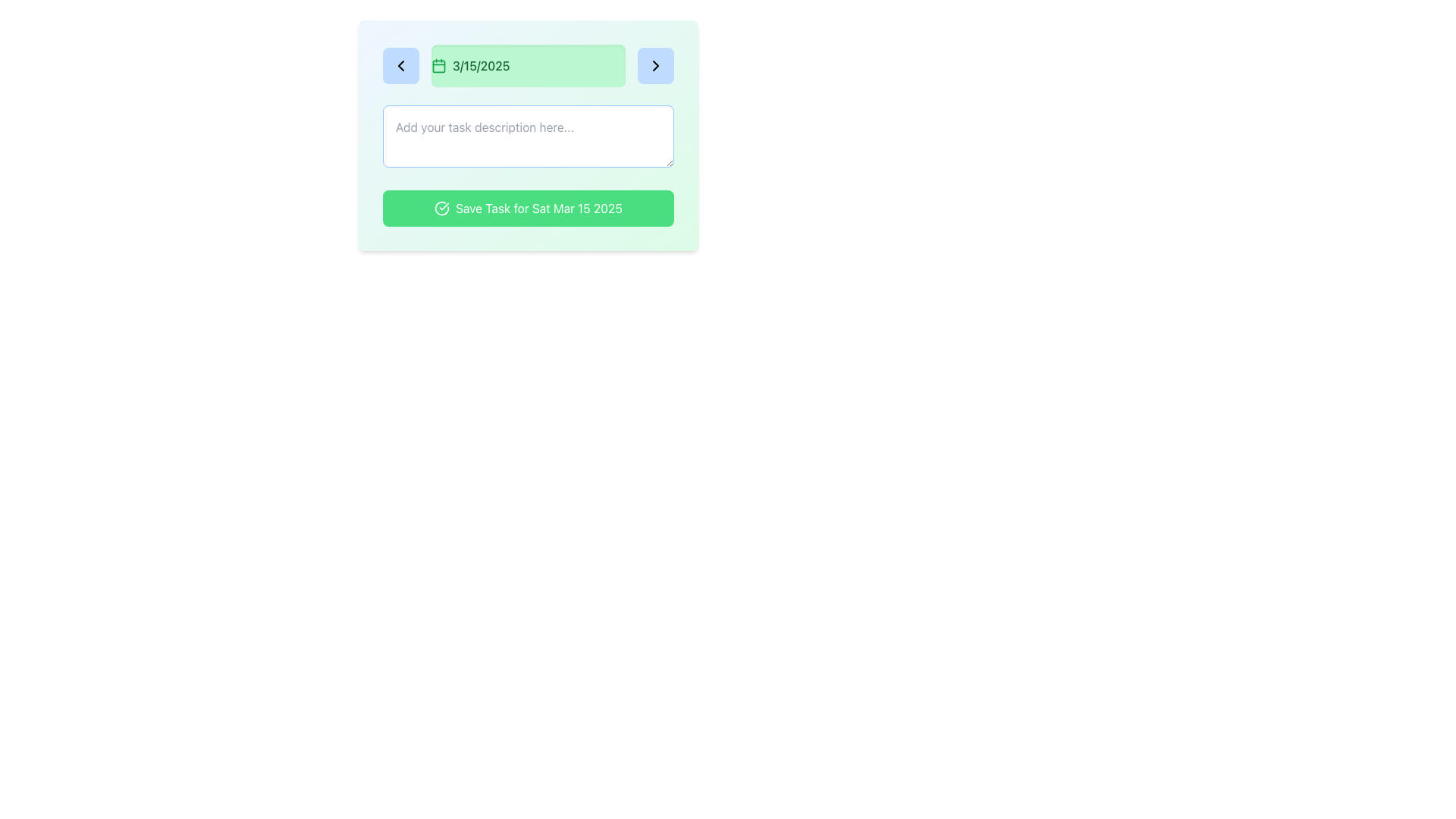 The image size is (1456, 819). Describe the element at coordinates (480, 65) in the screenshot. I see `the static text element displaying the date, located in the middle-right of a green box adjacent to a calendar icon` at that location.